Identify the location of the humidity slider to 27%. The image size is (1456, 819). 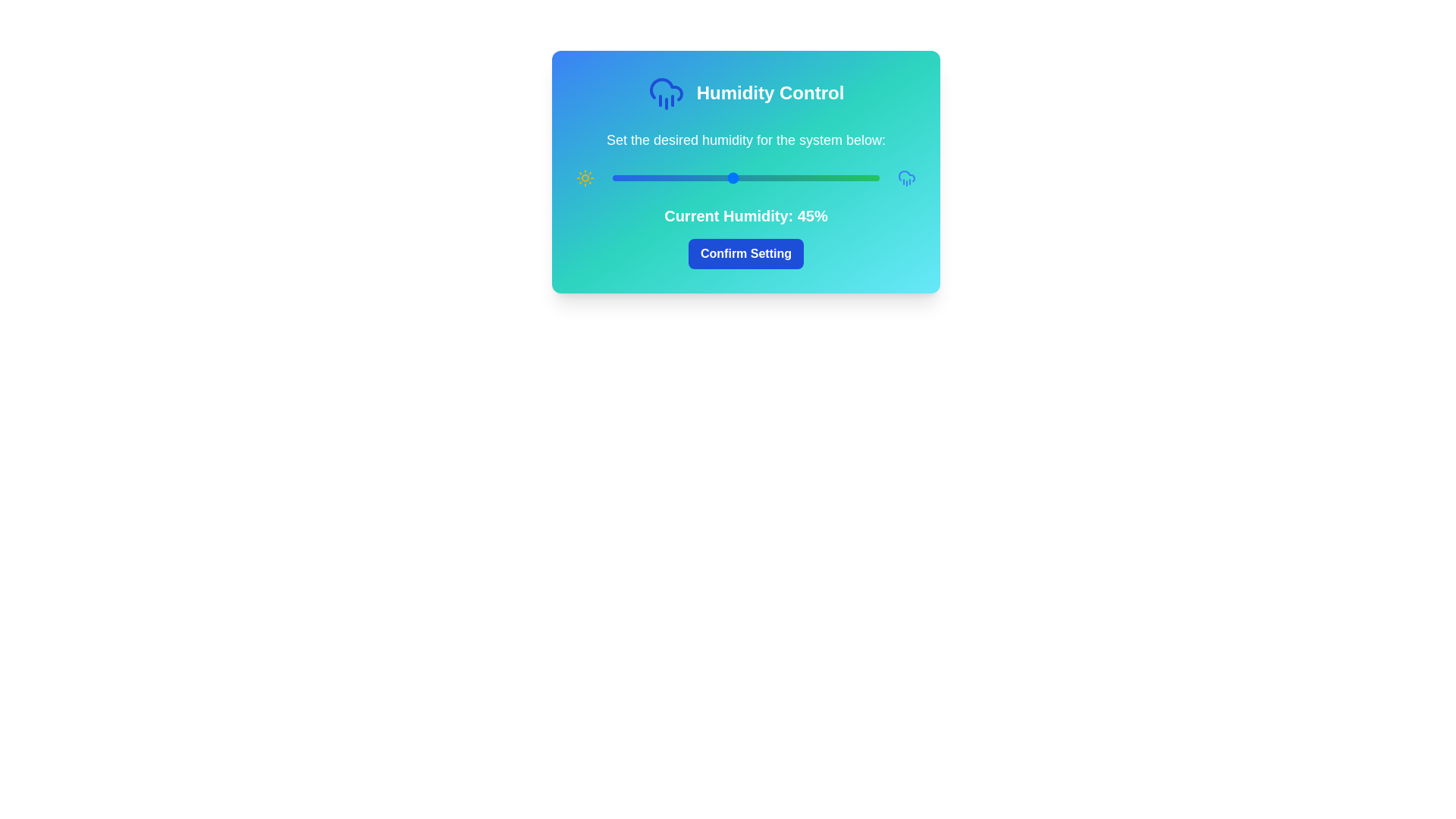
(683, 177).